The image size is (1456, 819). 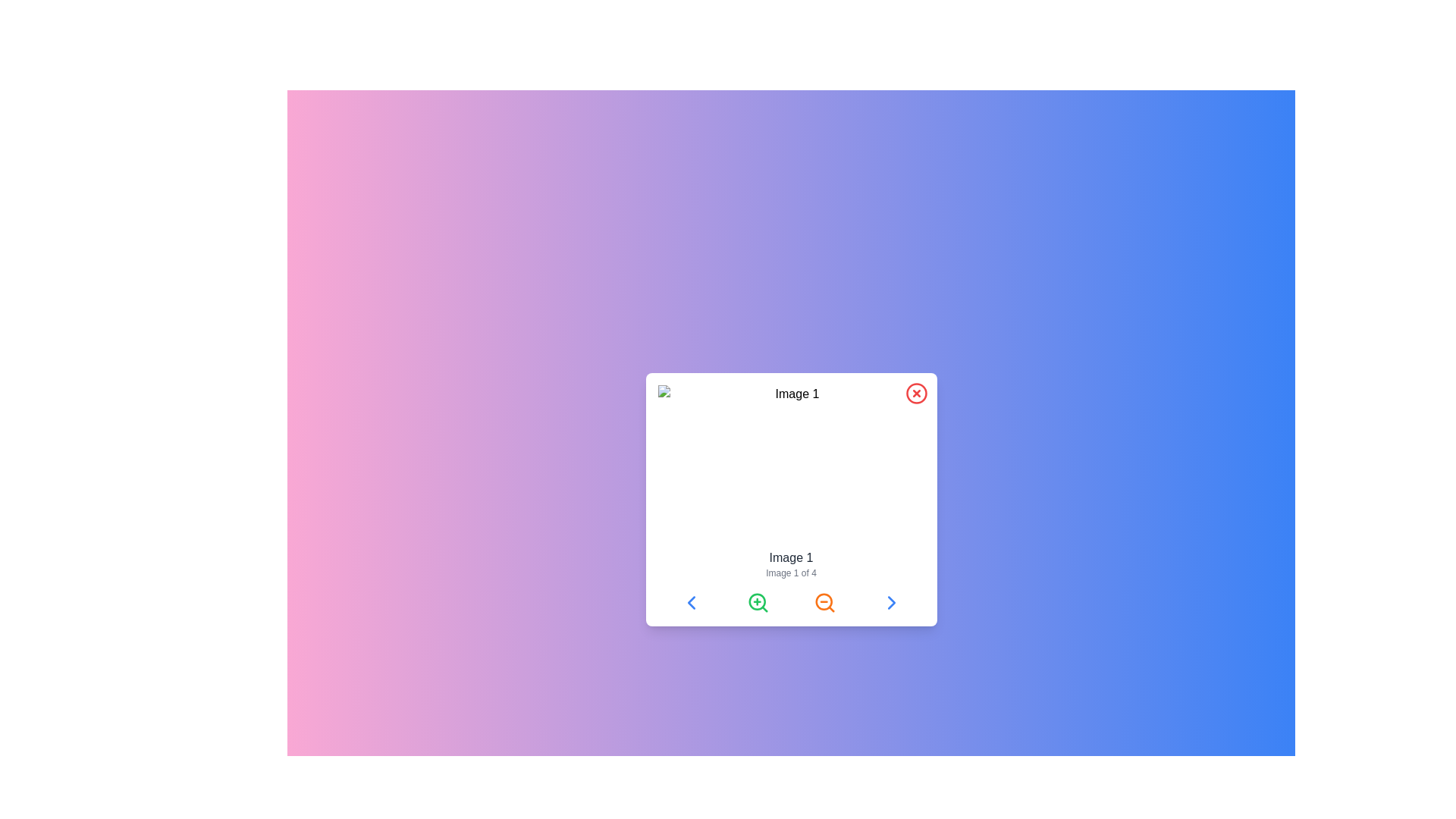 What do you see at coordinates (891, 601) in the screenshot?
I see `the right-pointing arrow icon in the bottom-right area of the modal interface` at bounding box center [891, 601].